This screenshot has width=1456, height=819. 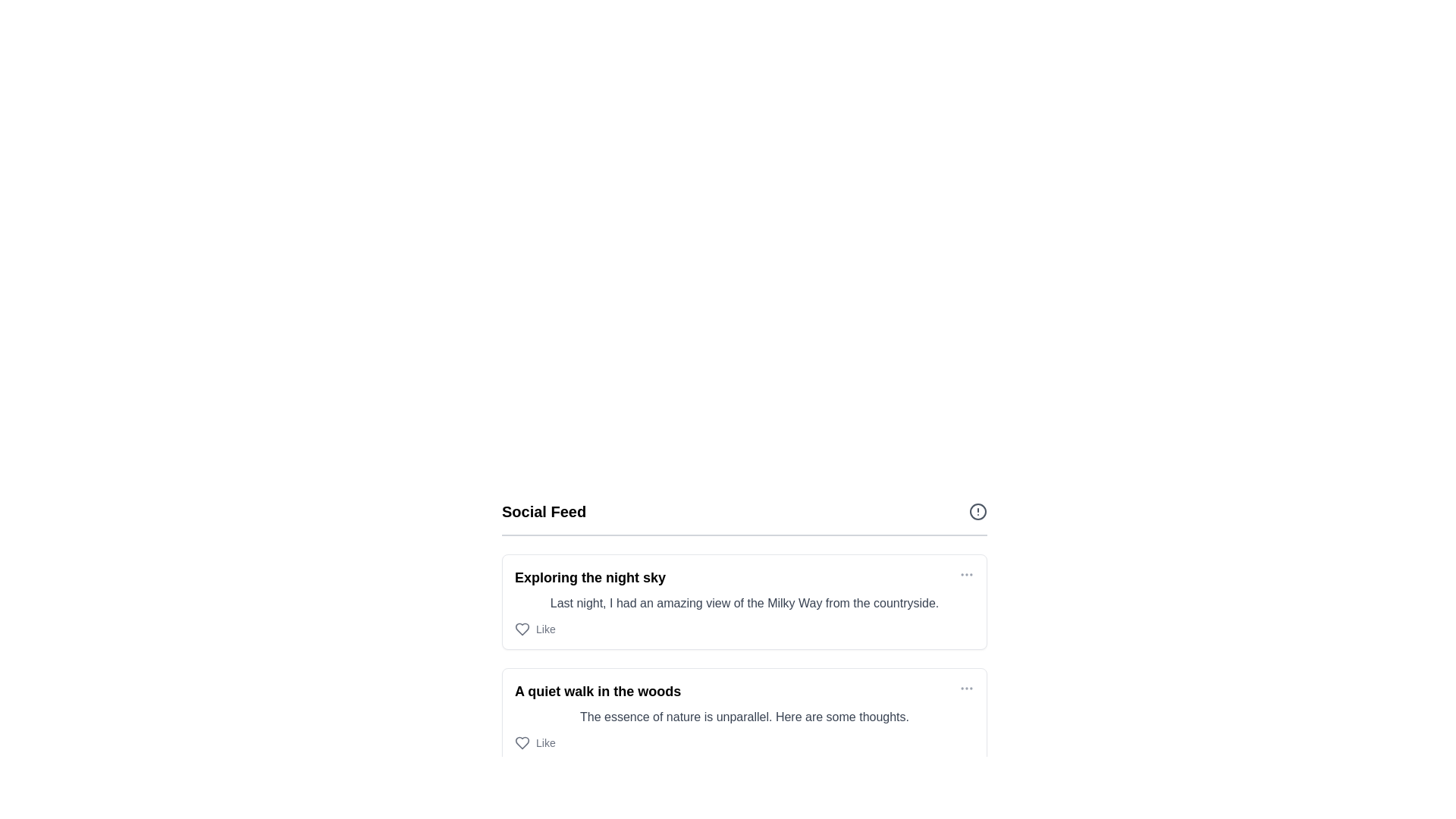 What do you see at coordinates (535, 742) in the screenshot?
I see `the interactive button located in the bottom-left corner of the card titled 'A quiet walk in the woods' to express appreciation for the content of the post` at bounding box center [535, 742].